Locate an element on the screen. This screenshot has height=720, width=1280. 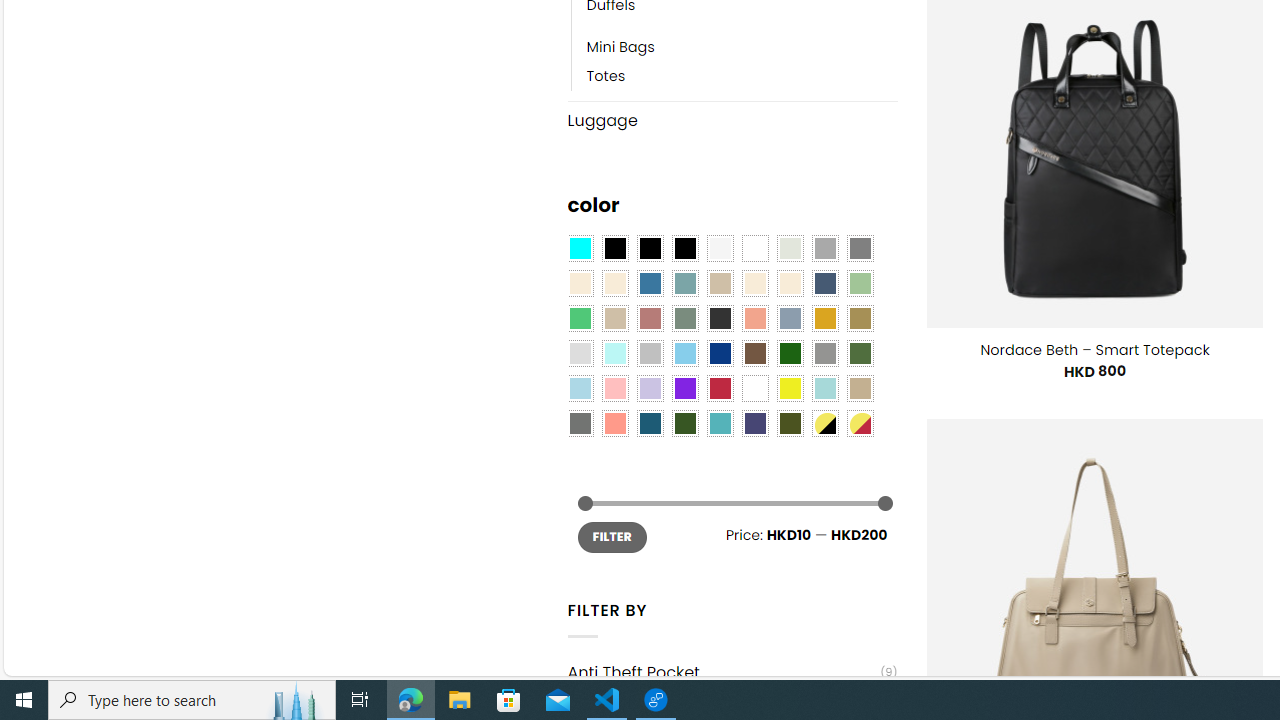
'Kelp' is located at coordinates (860, 317).